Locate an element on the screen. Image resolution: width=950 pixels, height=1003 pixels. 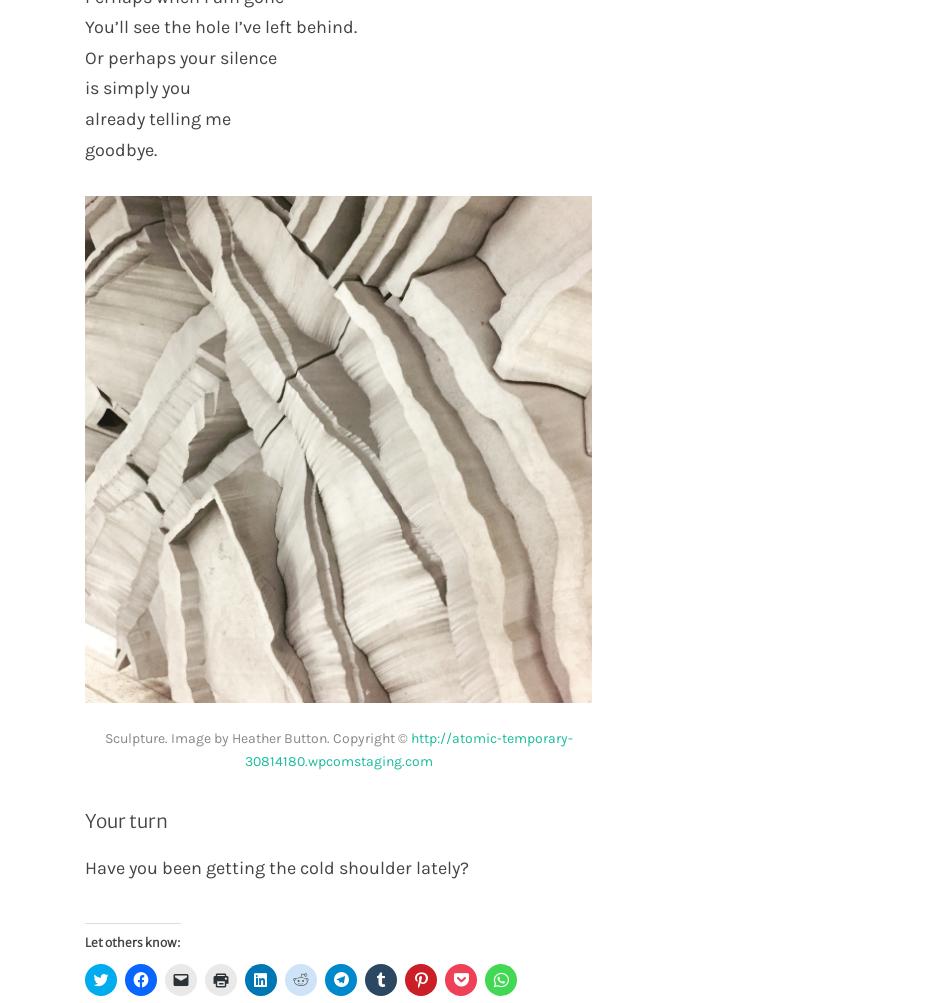
'Your turn' is located at coordinates (126, 819).